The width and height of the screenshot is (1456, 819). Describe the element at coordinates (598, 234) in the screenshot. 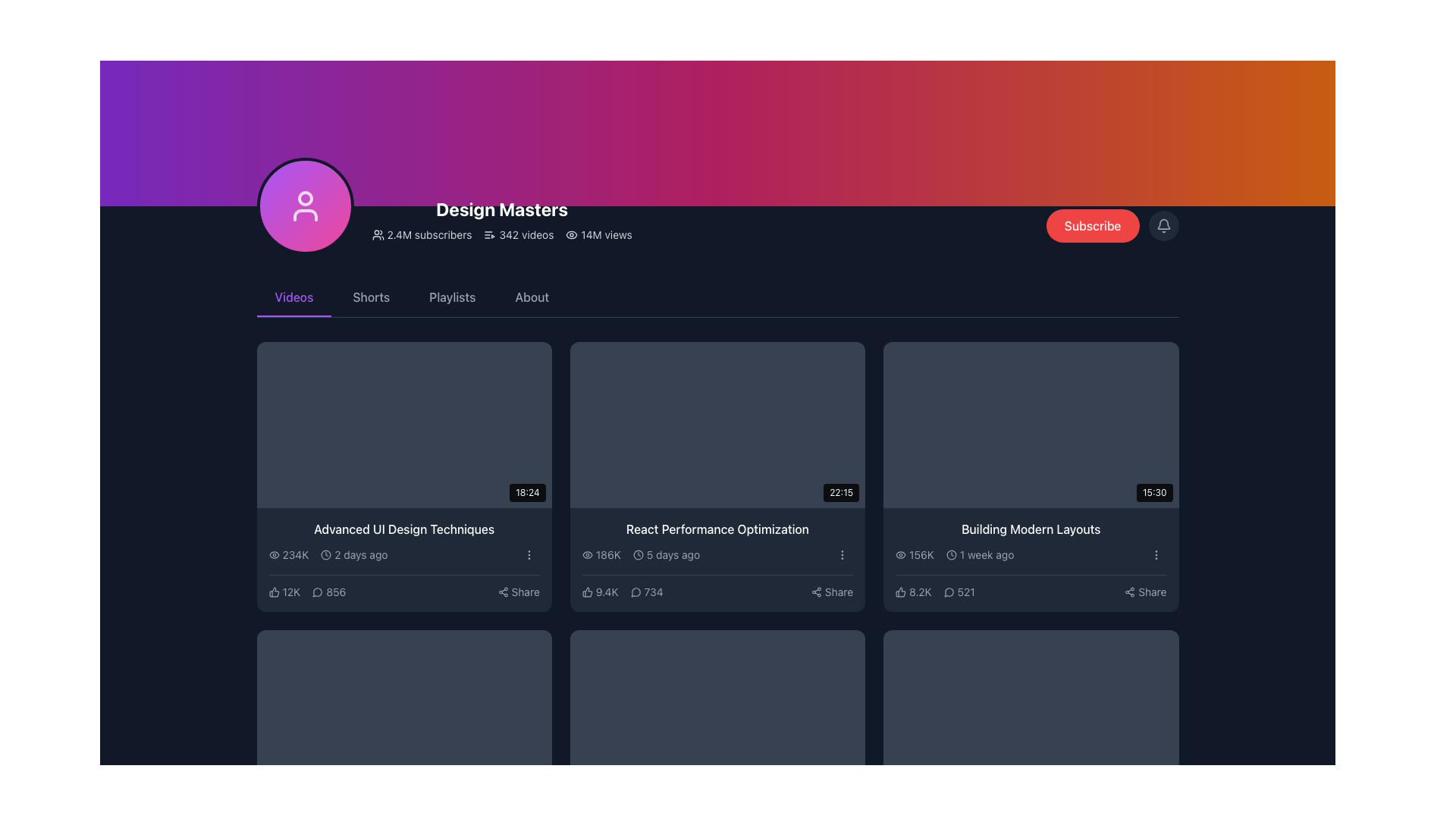

I see `the static text element displaying the total number of views associated with the channel 'Design Masters', which is the third item in a horizontal list of statistics` at that location.